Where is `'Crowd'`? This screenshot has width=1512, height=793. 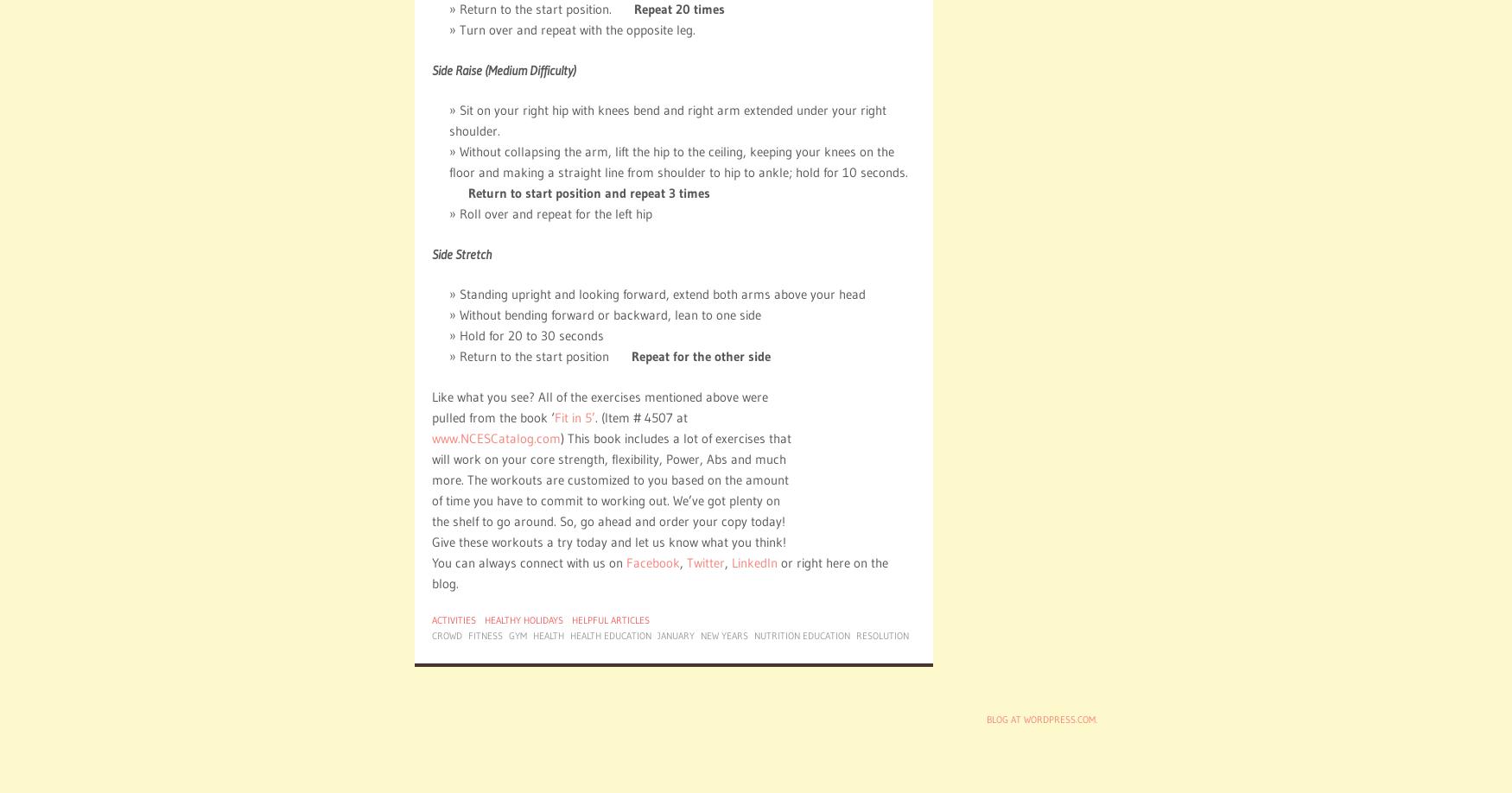 'Crowd' is located at coordinates (431, 634).